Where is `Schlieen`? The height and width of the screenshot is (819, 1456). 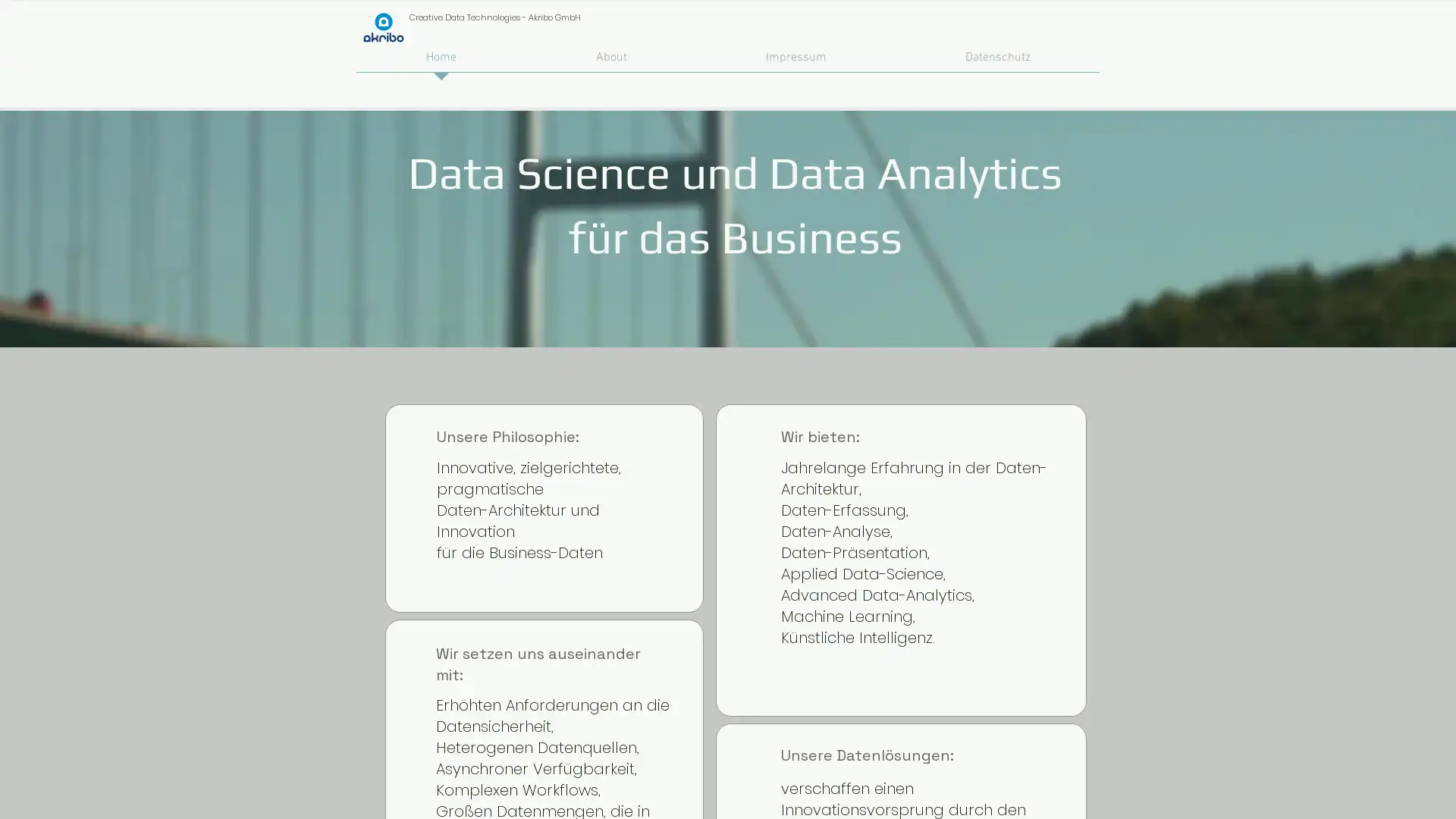 Schlieen is located at coordinates (1437, 792).